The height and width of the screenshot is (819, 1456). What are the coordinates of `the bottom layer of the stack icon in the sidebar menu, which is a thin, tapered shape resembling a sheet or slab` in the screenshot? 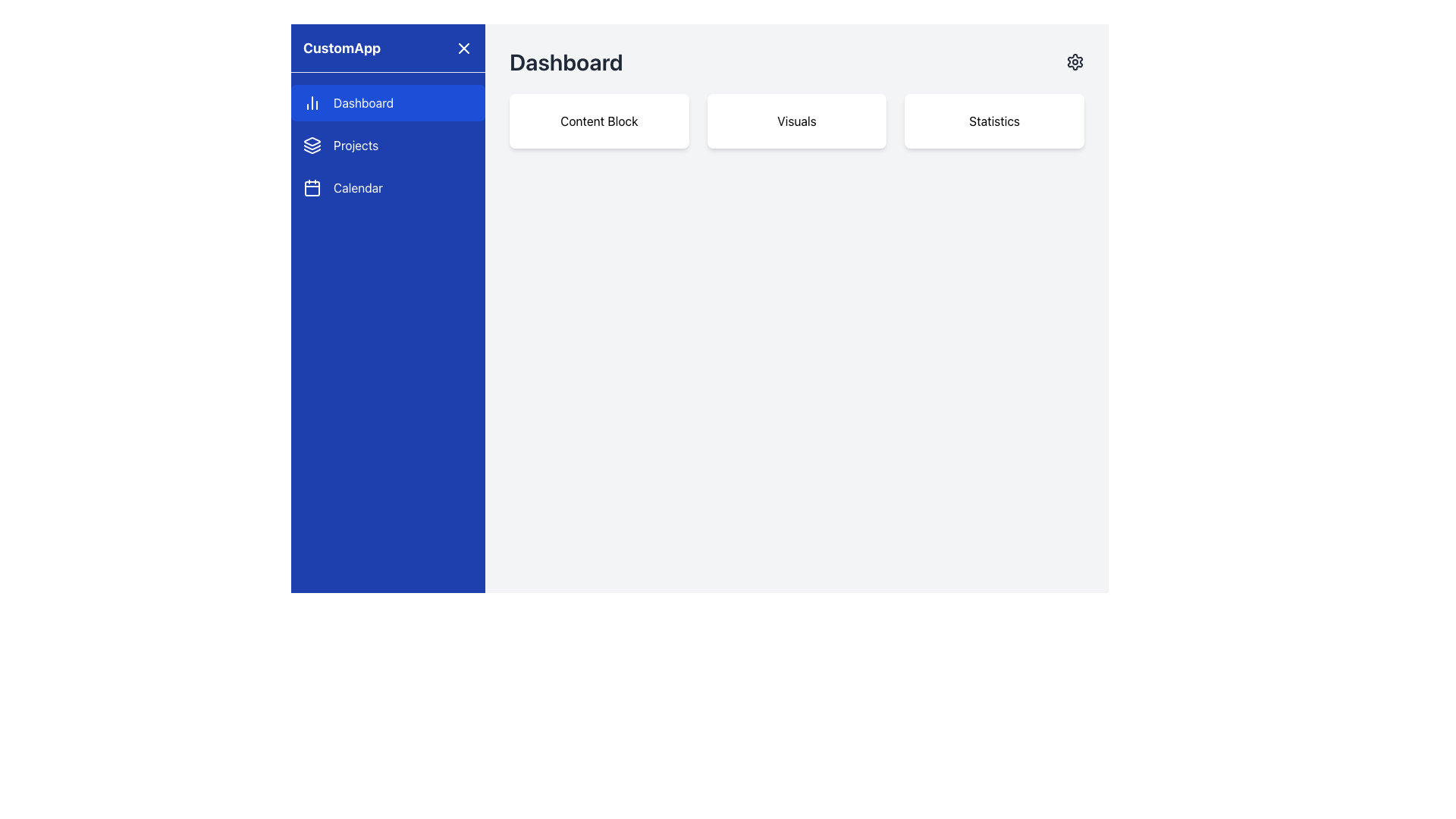 It's located at (312, 151).